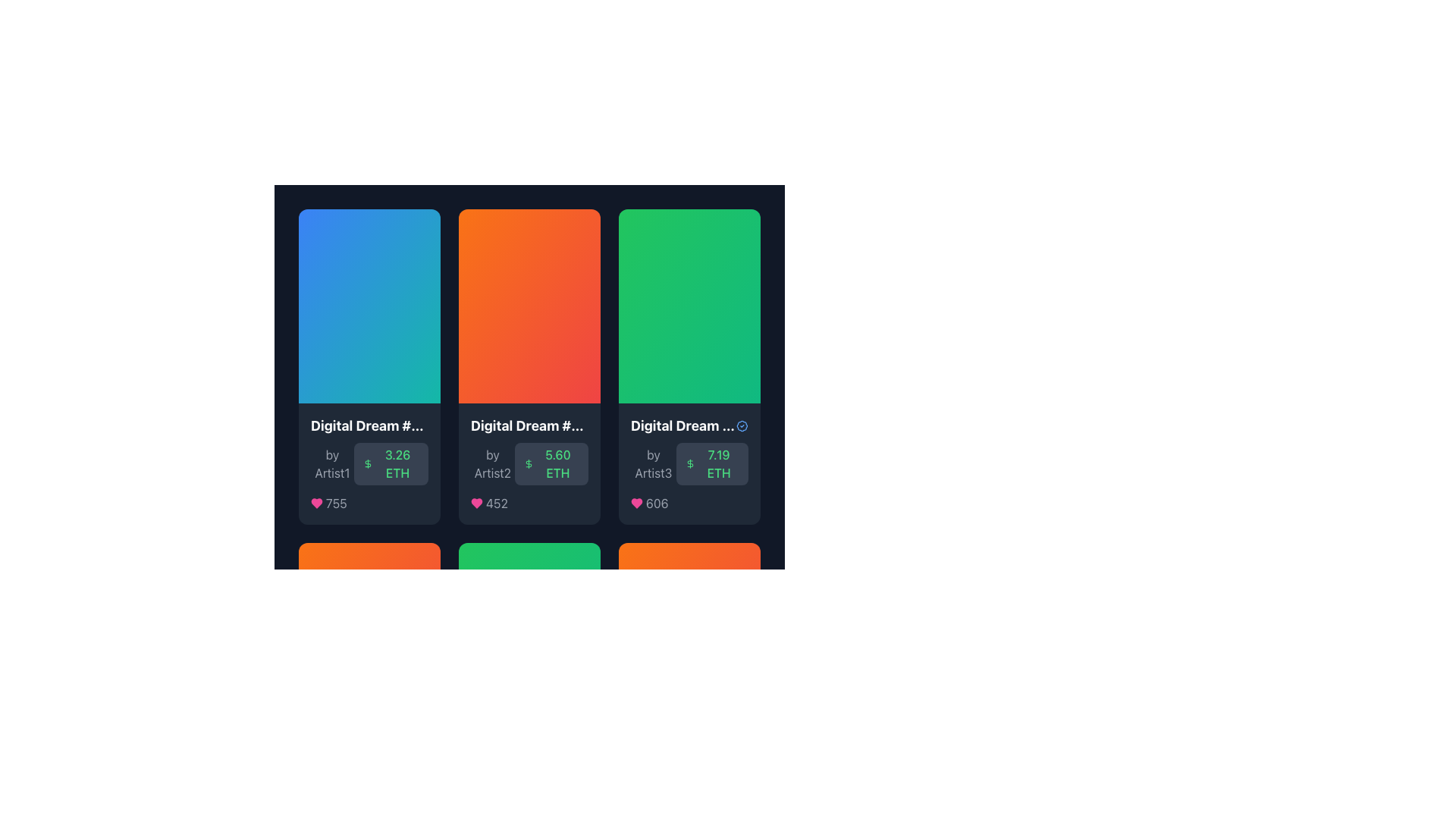 This screenshot has height=819, width=1456. Describe the element at coordinates (368, 463) in the screenshot. I see `the dollar currency icon located to the left of the '3.26 ETH' text in the first card of the horizontally aligned card list` at that location.